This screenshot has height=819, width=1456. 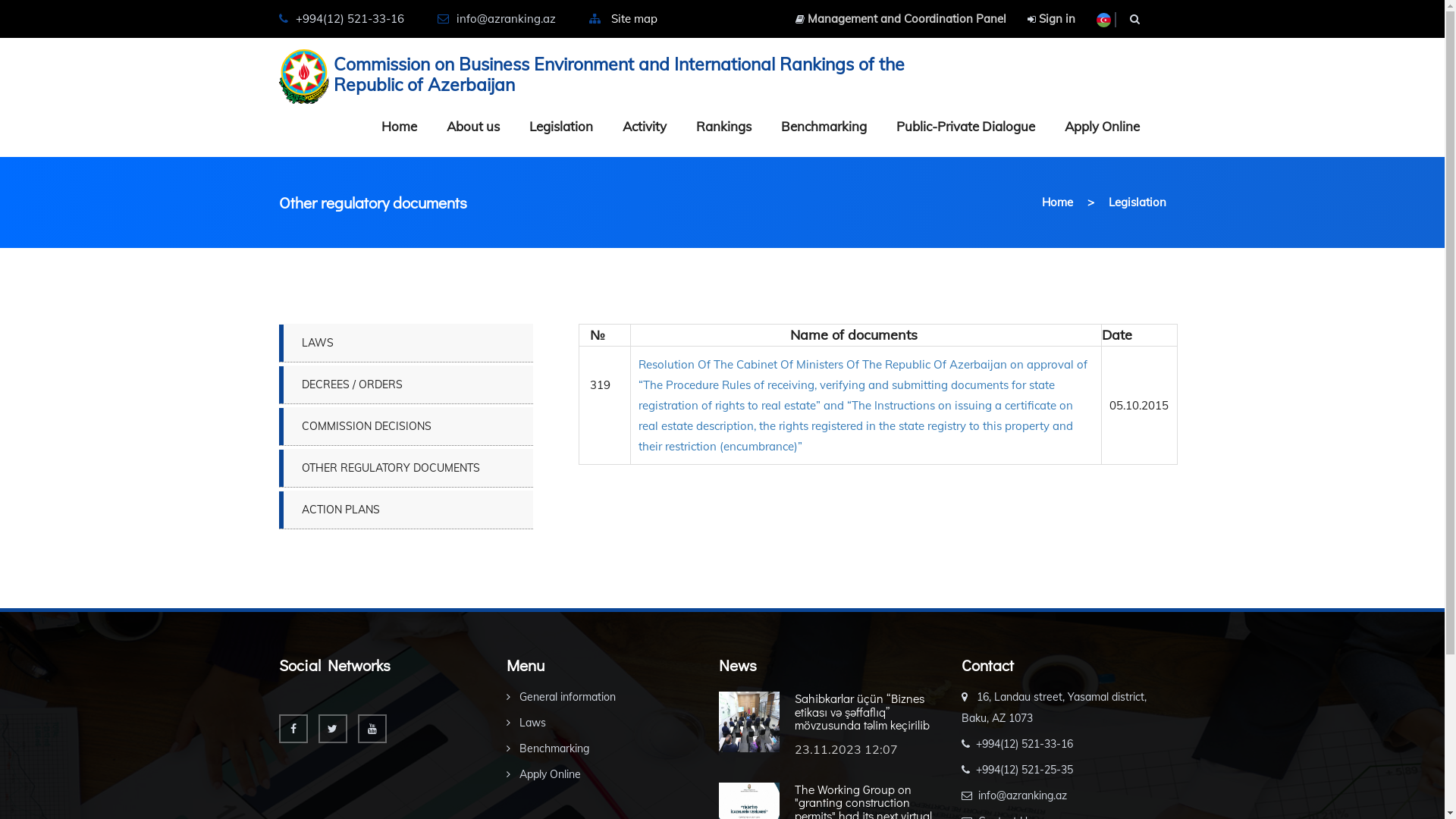 I want to click on 'Home', so click(x=1056, y=201).